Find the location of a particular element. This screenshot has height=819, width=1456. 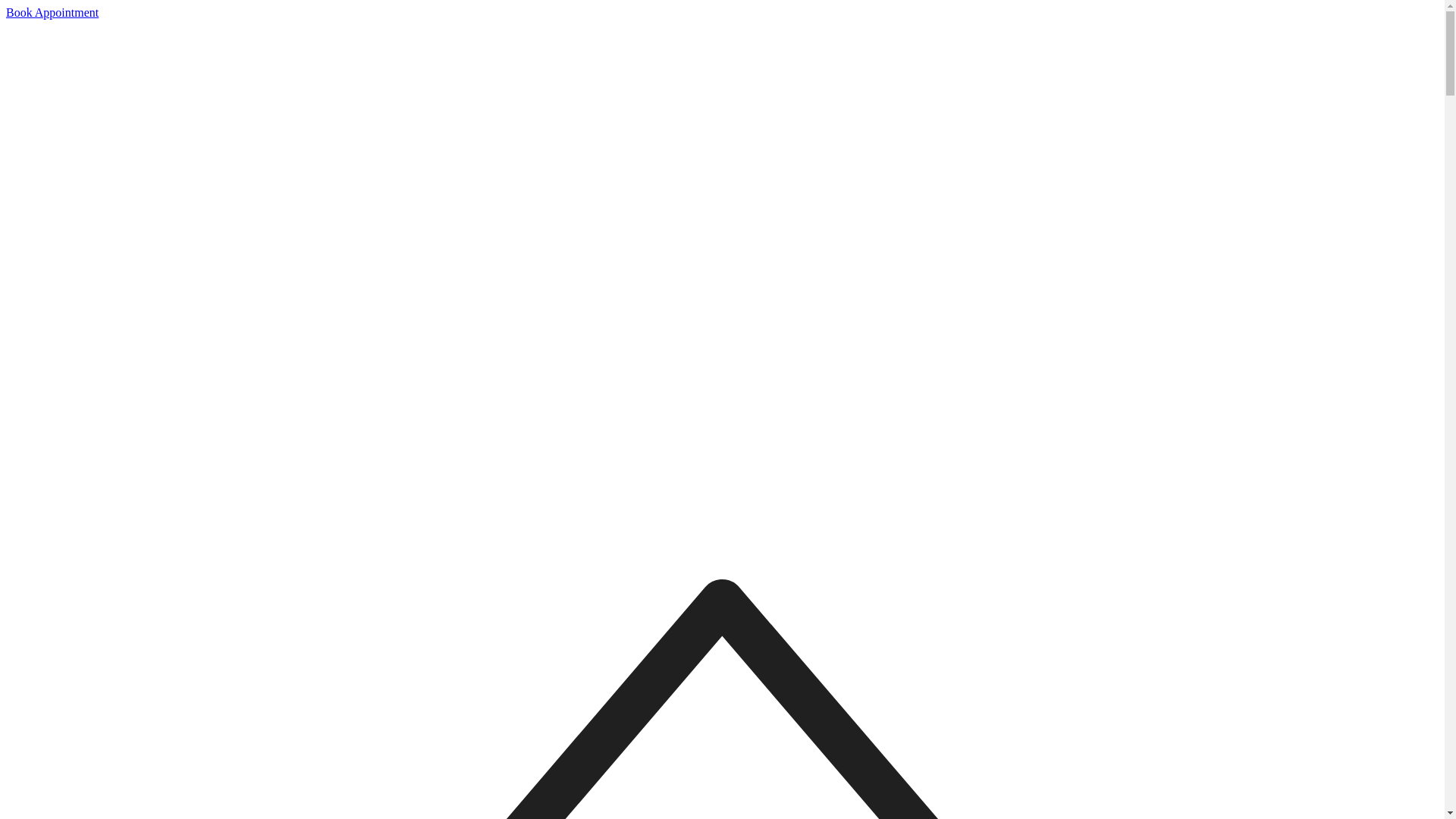

'Book Appointment' is located at coordinates (6, 12).